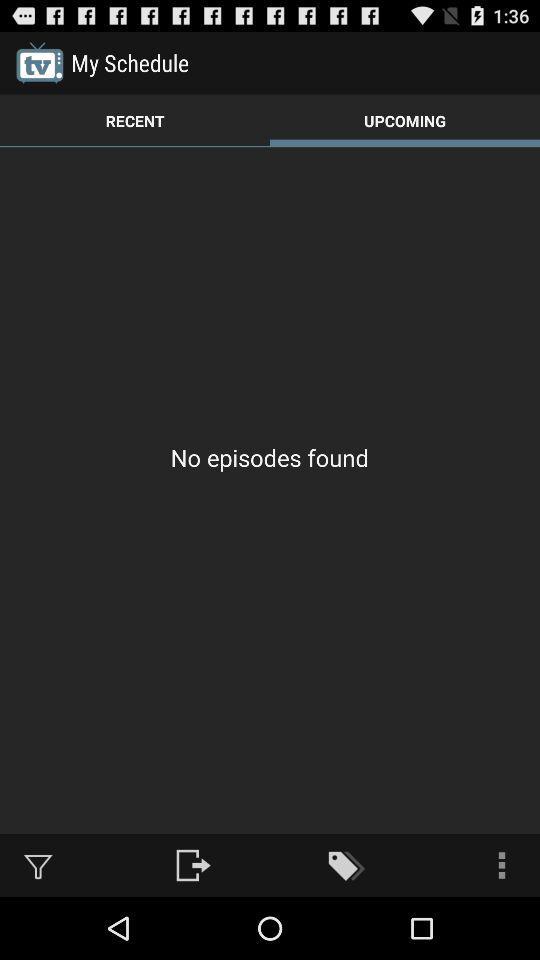 The width and height of the screenshot is (540, 960). I want to click on the upcoming icon, so click(405, 120).